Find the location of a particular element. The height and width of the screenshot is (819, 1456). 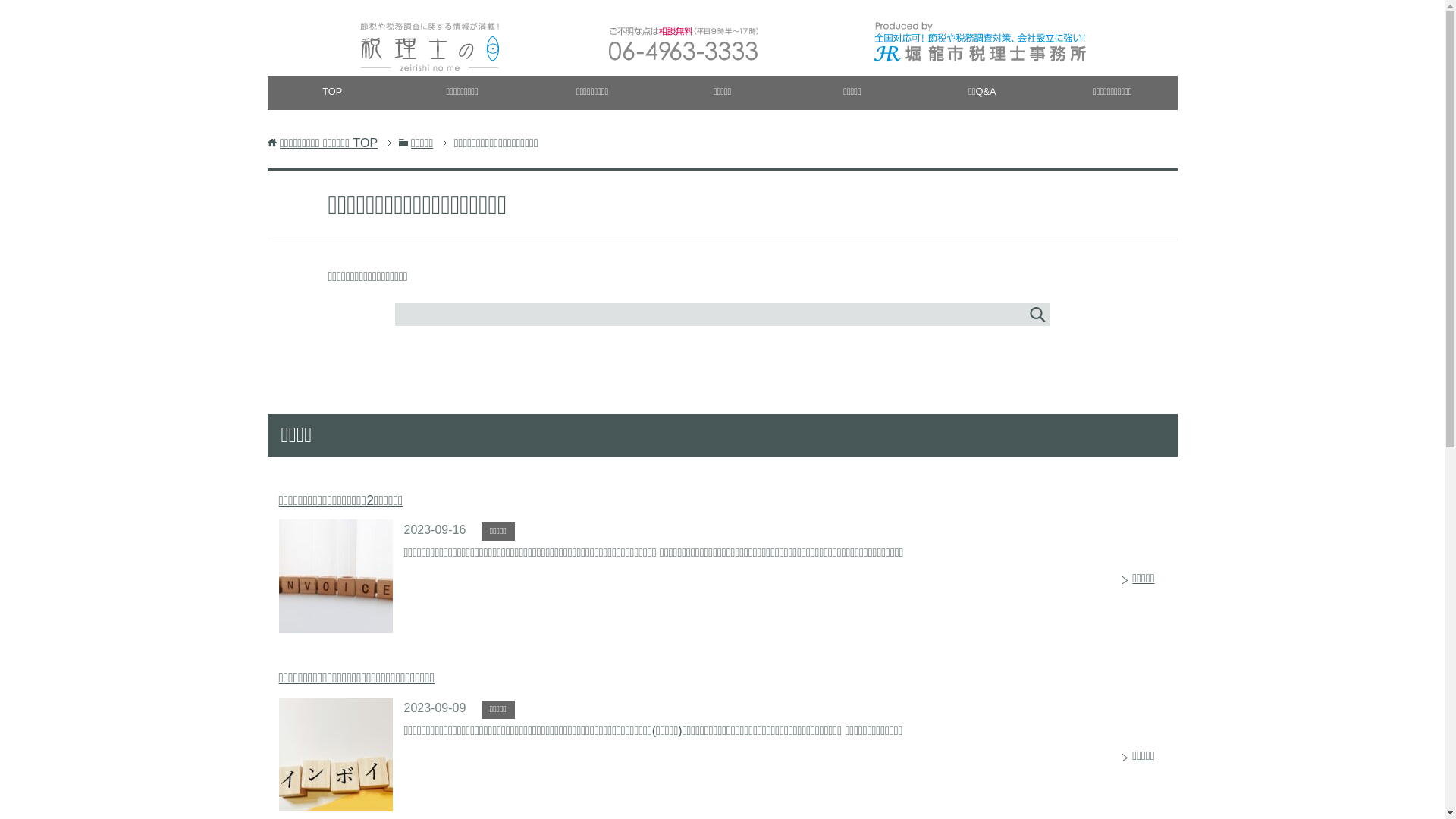

'TOP' is located at coordinates (266, 93).